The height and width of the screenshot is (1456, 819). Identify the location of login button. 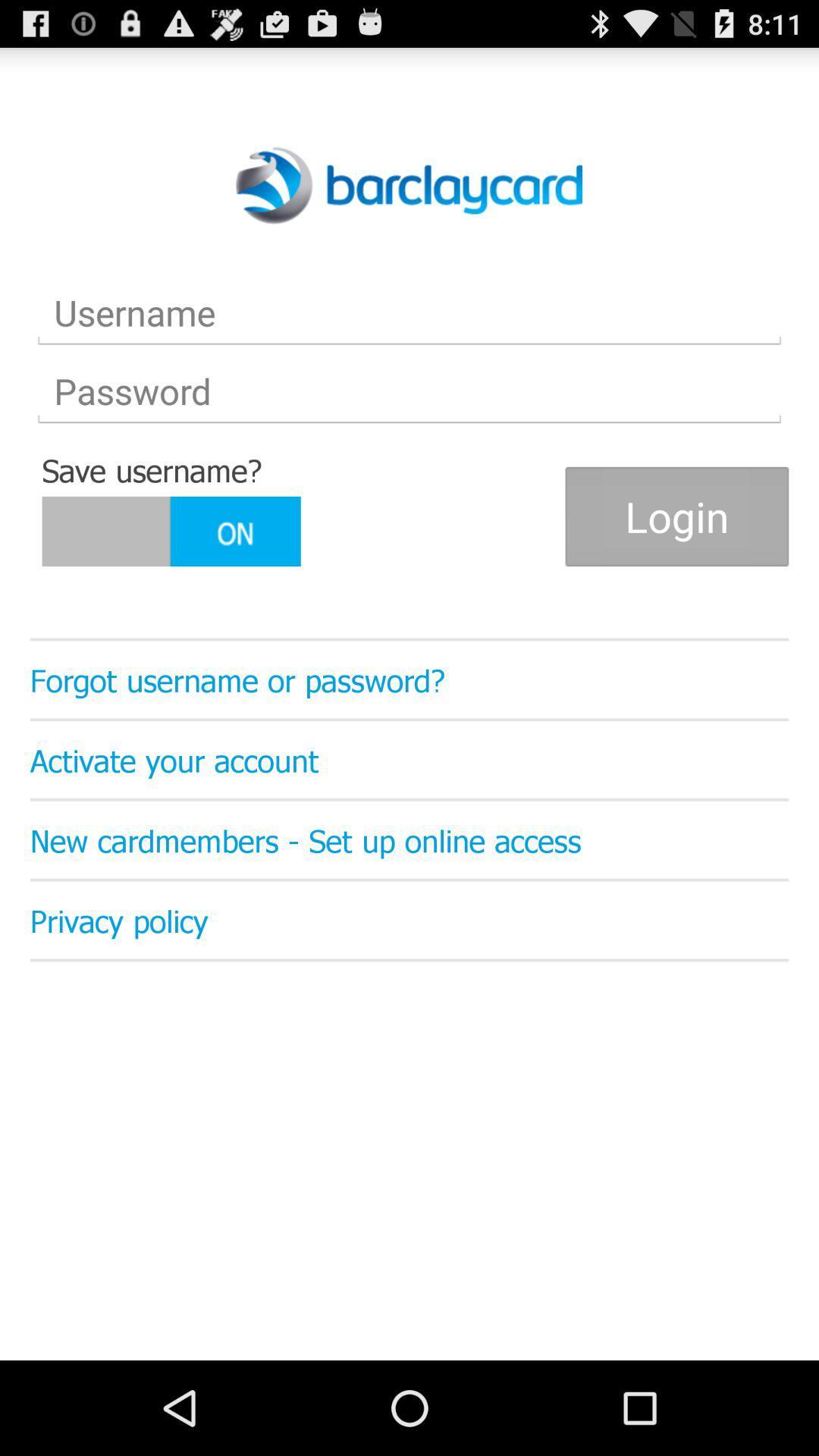
(676, 516).